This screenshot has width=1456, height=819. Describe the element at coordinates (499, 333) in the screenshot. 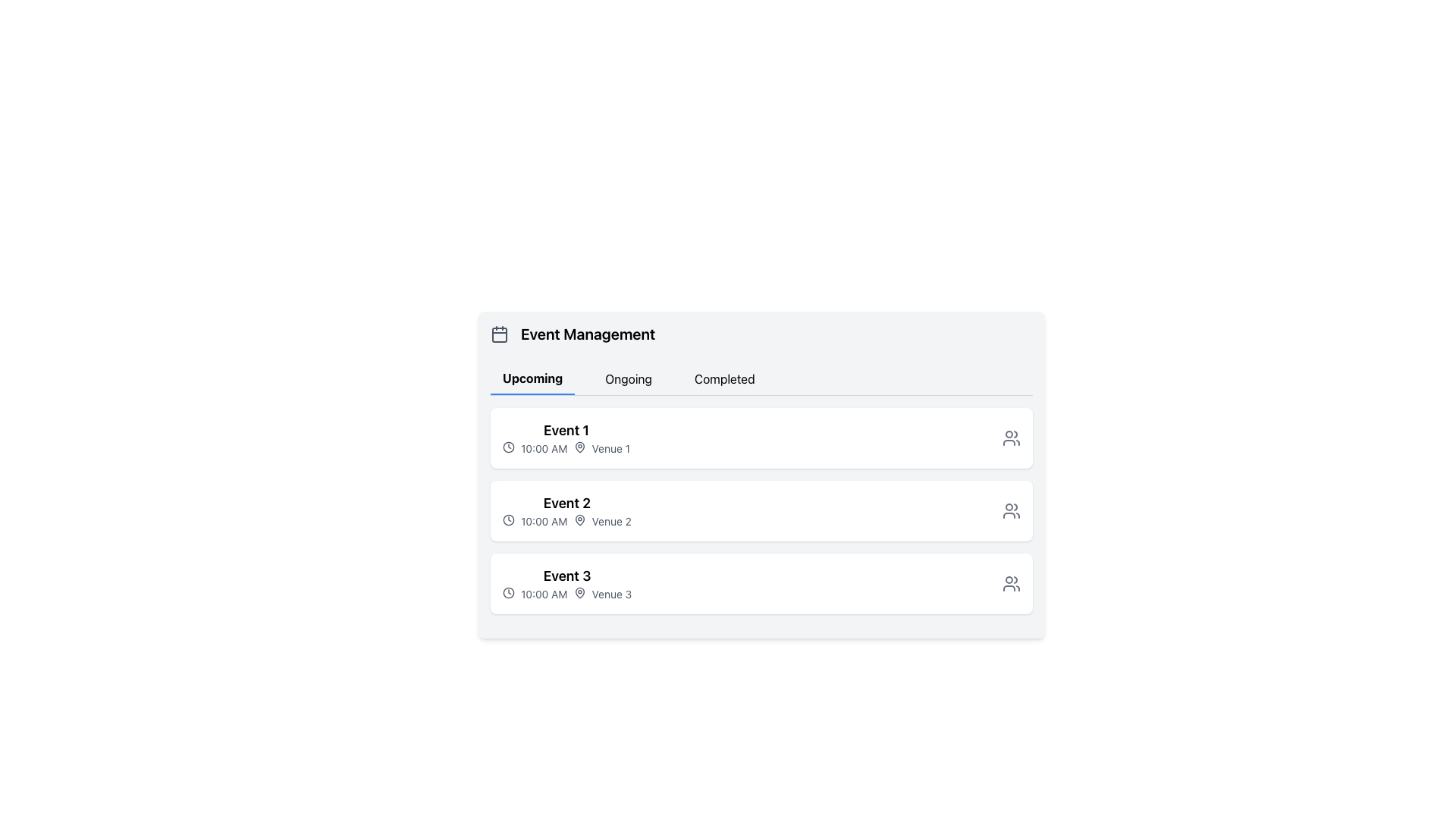

I see `the calendar icon located to the left of the 'Event Management' header, which represents the scheduling functionality` at that location.